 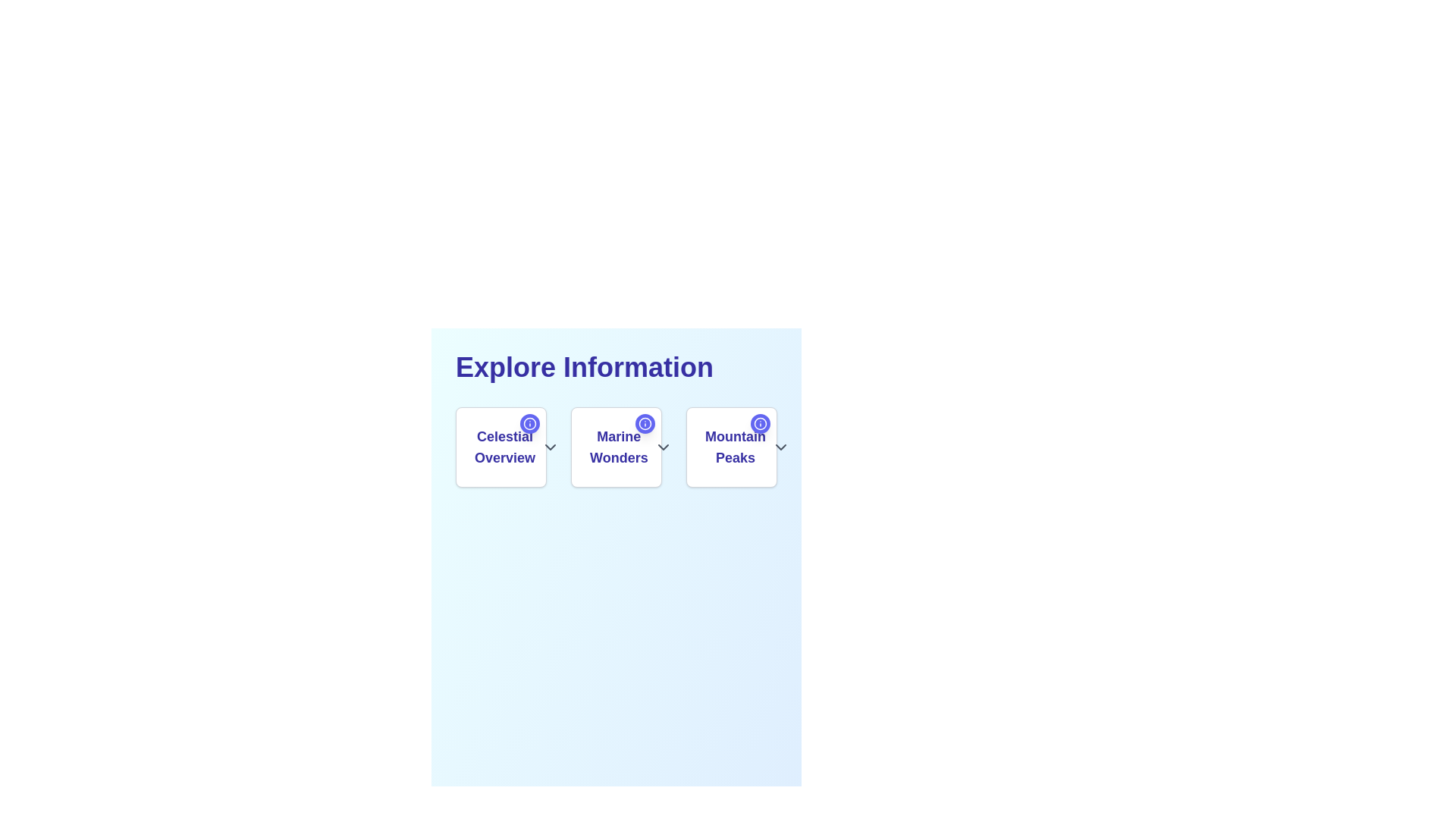 What do you see at coordinates (501, 447) in the screenshot?
I see `the text label displaying 'Celestial Overview', which is the leftmost card in the 'Explore Information' section, positioned left of 'Marine Wonders'` at bounding box center [501, 447].